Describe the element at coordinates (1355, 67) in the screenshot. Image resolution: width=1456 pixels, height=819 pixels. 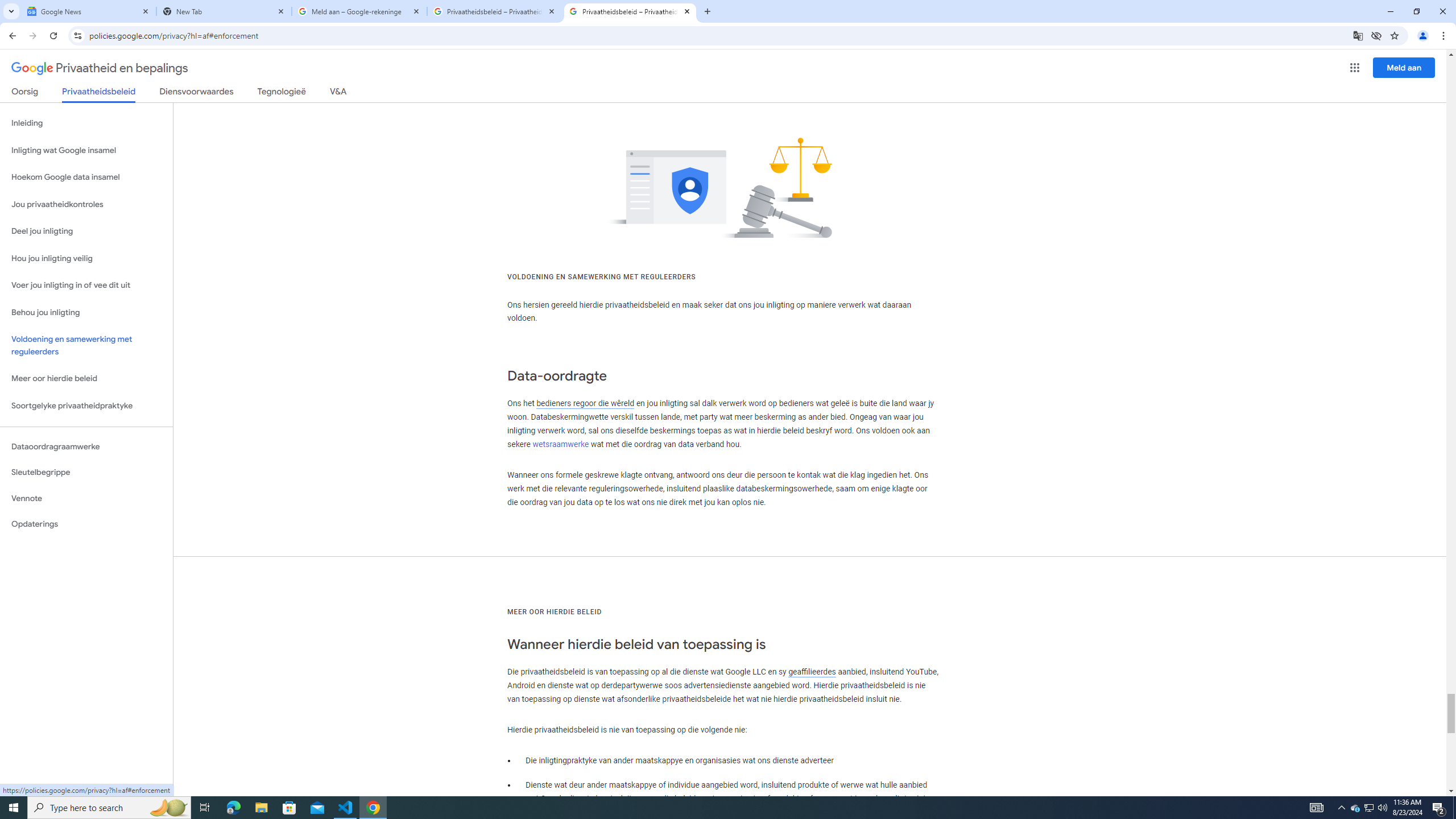
I see `'Google-programme'` at that location.